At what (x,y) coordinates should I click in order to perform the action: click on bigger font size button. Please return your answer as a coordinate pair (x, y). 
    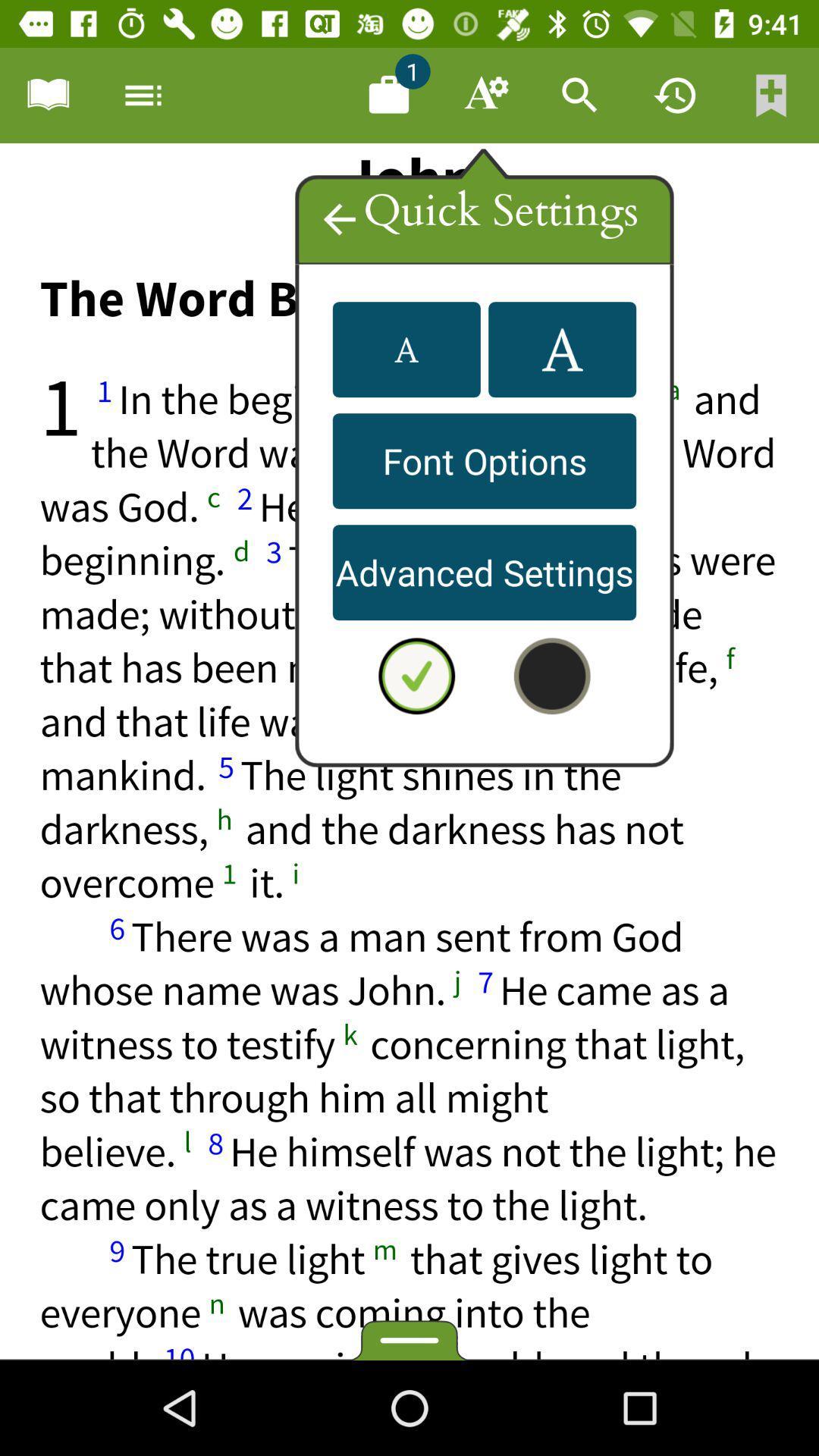
    Looking at the image, I should click on (562, 349).